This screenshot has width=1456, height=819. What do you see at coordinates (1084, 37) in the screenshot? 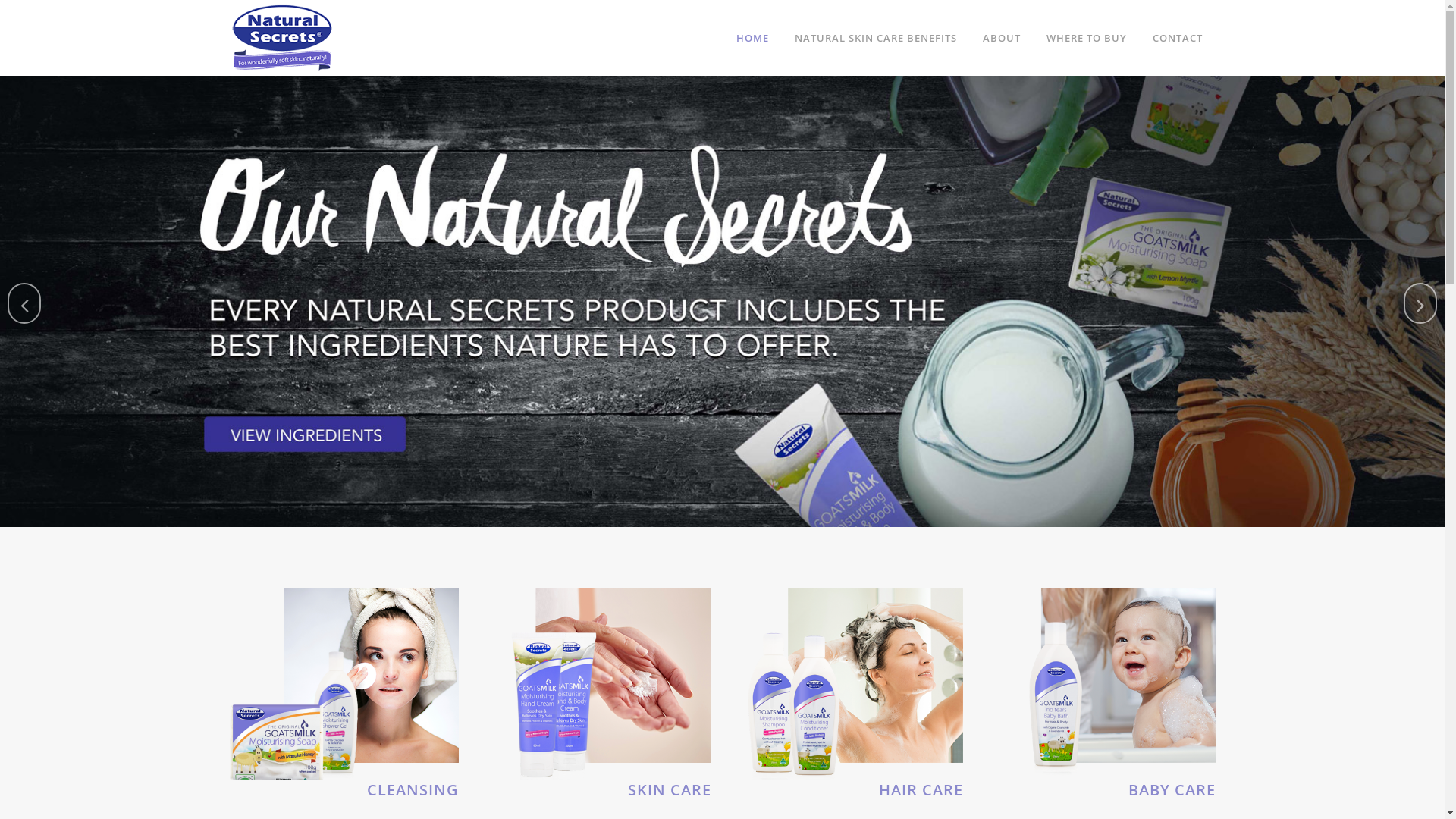
I see `'WHERE TO BUY'` at bounding box center [1084, 37].